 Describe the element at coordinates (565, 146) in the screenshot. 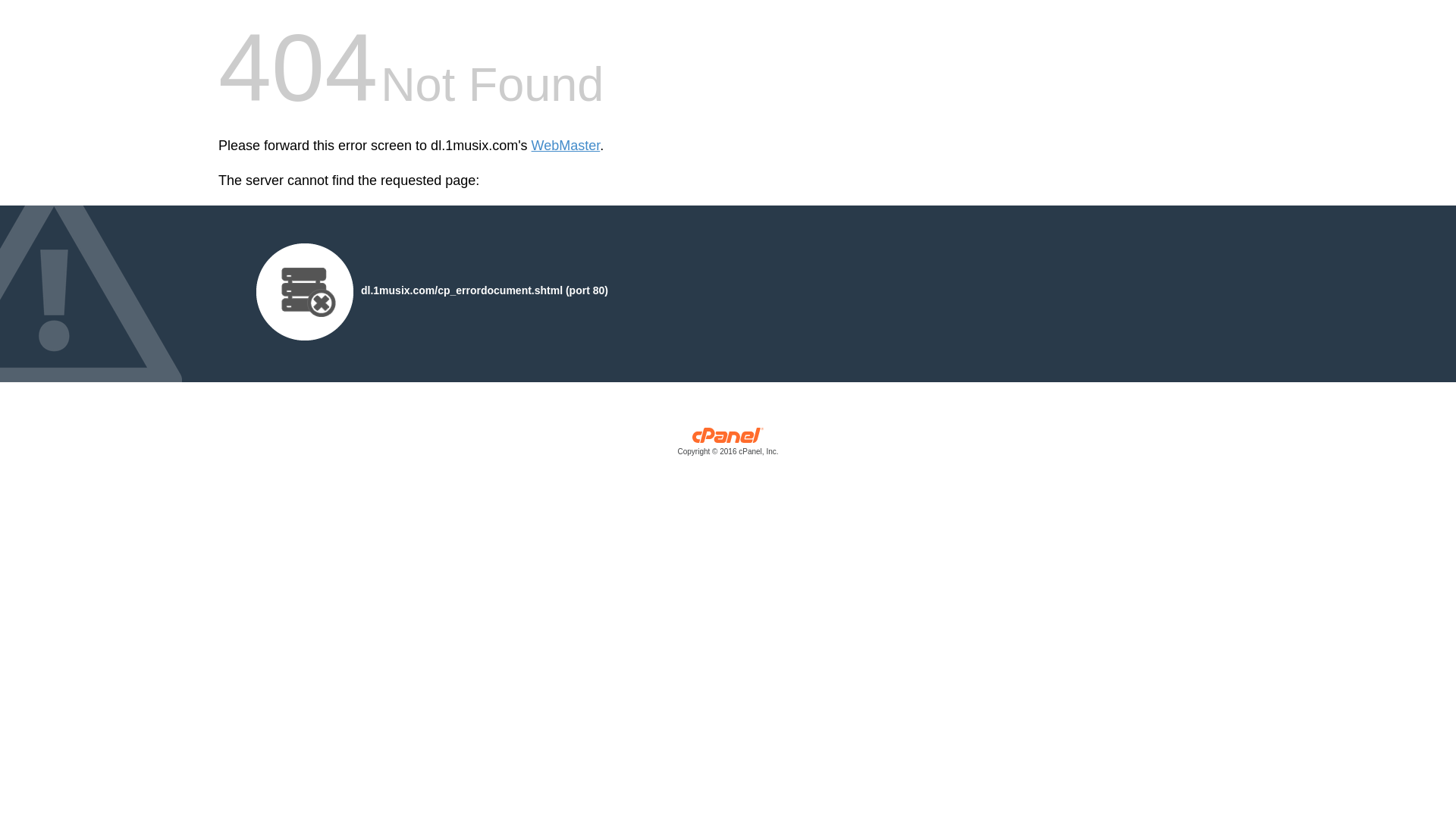

I see `'WebMaster'` at that location.